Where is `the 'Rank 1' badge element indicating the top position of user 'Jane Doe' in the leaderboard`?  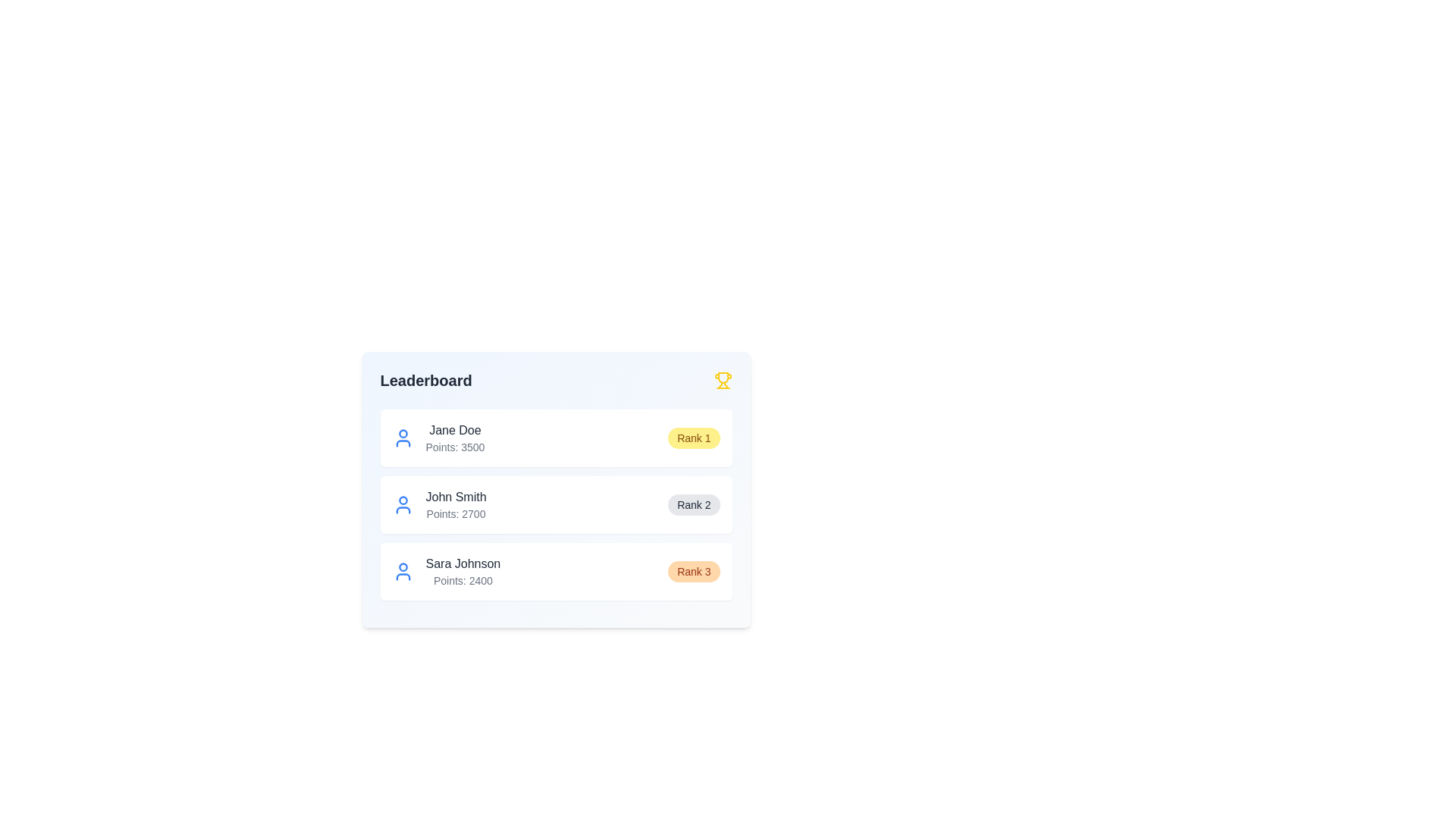 the 'Rank 1' badge element indicating the top position of user 'Jane Doe' in the leaderboard is located at coordinates (693, 438).